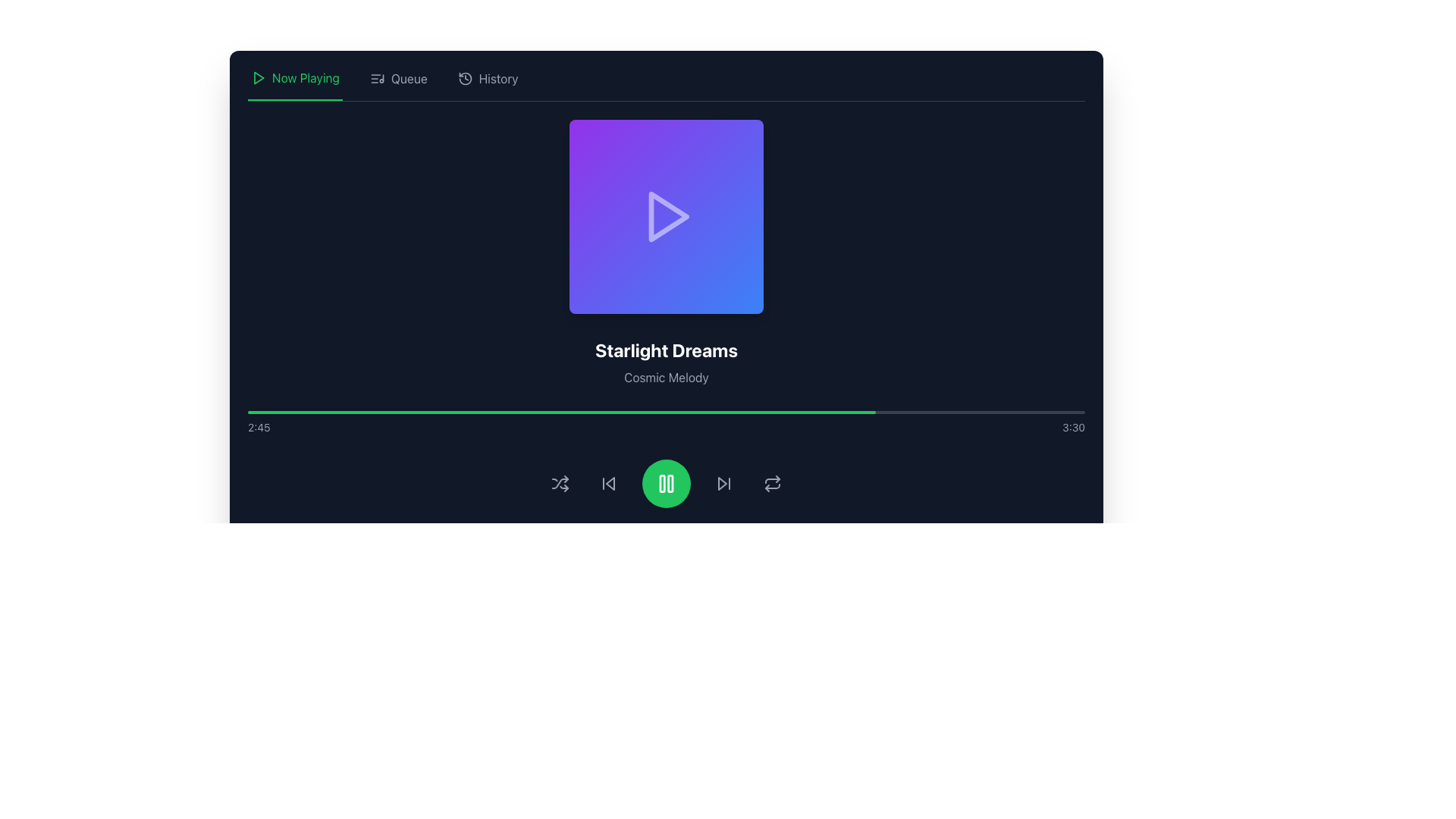 This screenshot has width=1456, height=819. I want to click on the fast-forward button with a gray icon on a dark background, located to the right of the green play/pause button, to skip to the next item, so click(723, 483).